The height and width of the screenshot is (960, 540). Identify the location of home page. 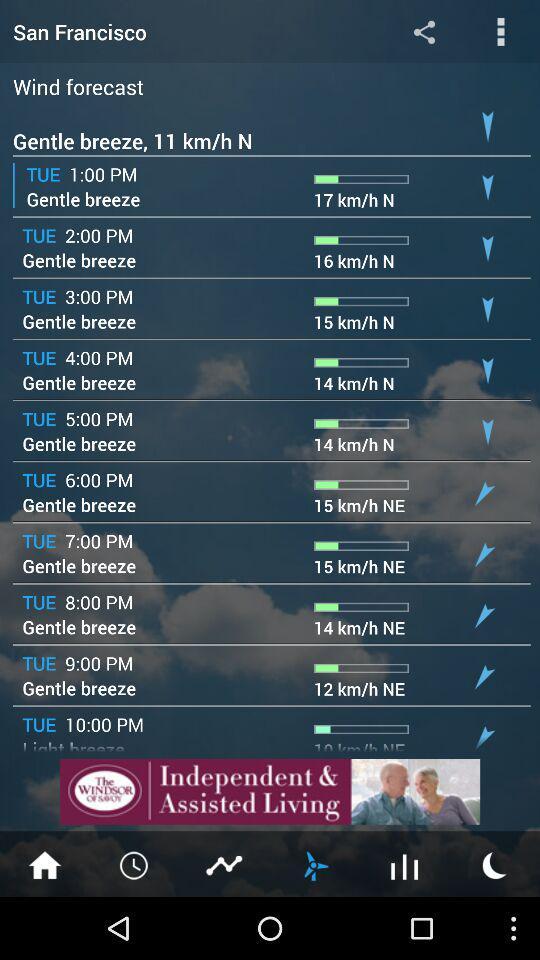
(44, 863).